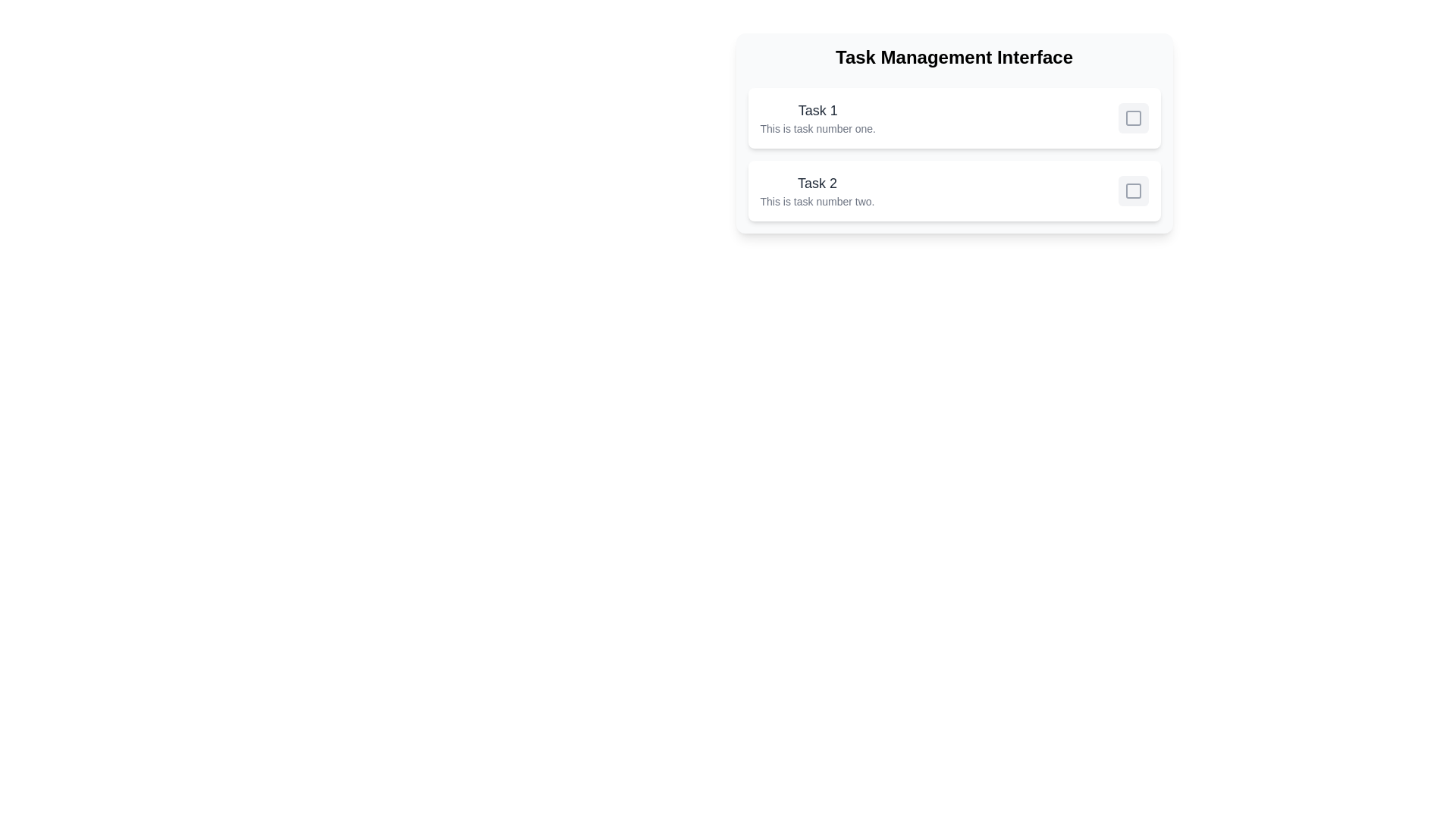 The height and width of the screenshot is (819, 1456). Describe the element at coordinates (817, 110) in the screenshot. I see `the 'Task 1' text label, which serves as the title for a task item in the task management interface` at that location.